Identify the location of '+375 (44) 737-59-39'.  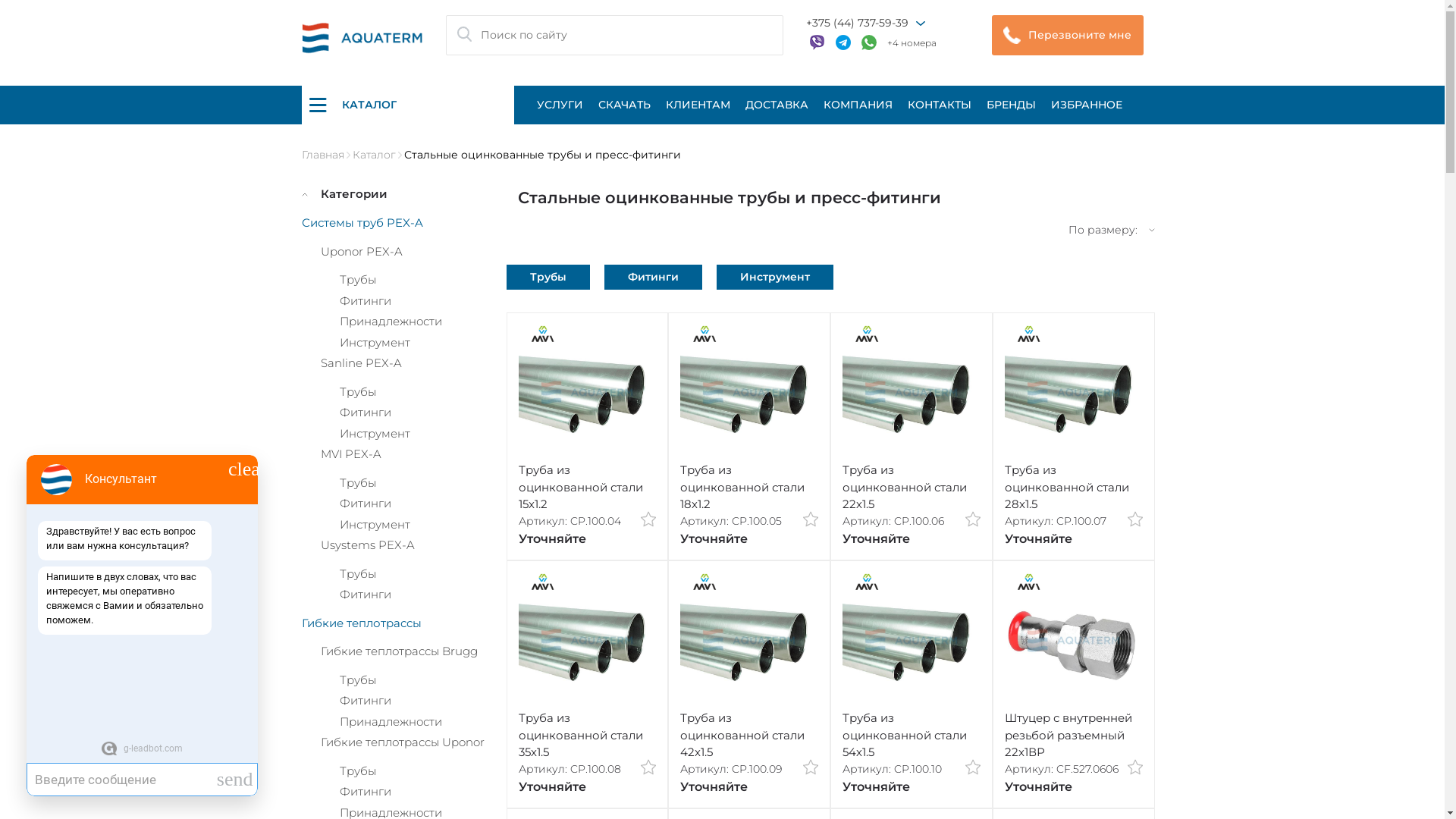
(856, 23).